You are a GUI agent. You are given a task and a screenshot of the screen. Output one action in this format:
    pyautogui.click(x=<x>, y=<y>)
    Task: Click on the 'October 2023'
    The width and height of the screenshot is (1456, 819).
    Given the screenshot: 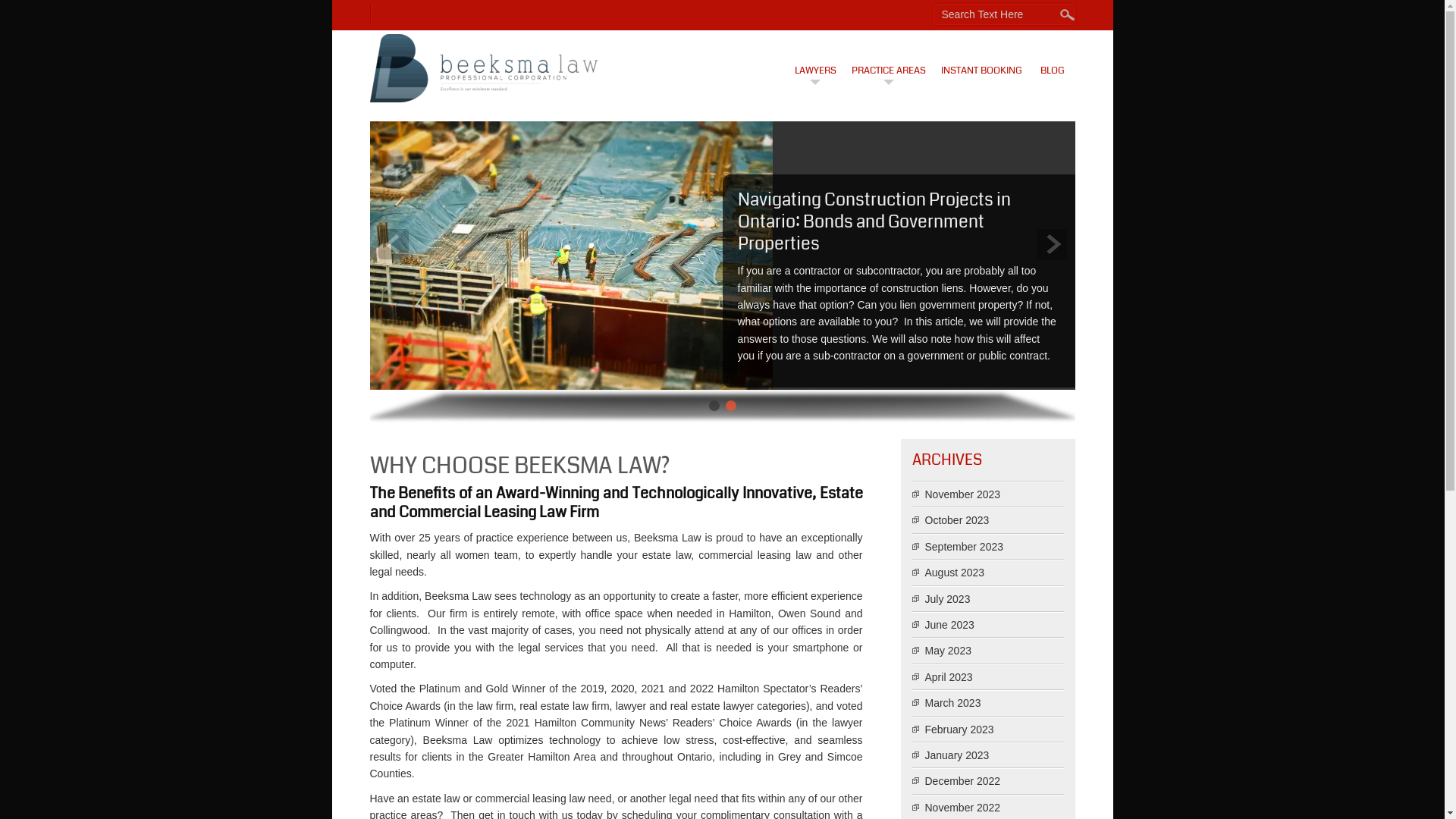 What is the action you would take?
    pyautogui.click(x=956, y=519)
    